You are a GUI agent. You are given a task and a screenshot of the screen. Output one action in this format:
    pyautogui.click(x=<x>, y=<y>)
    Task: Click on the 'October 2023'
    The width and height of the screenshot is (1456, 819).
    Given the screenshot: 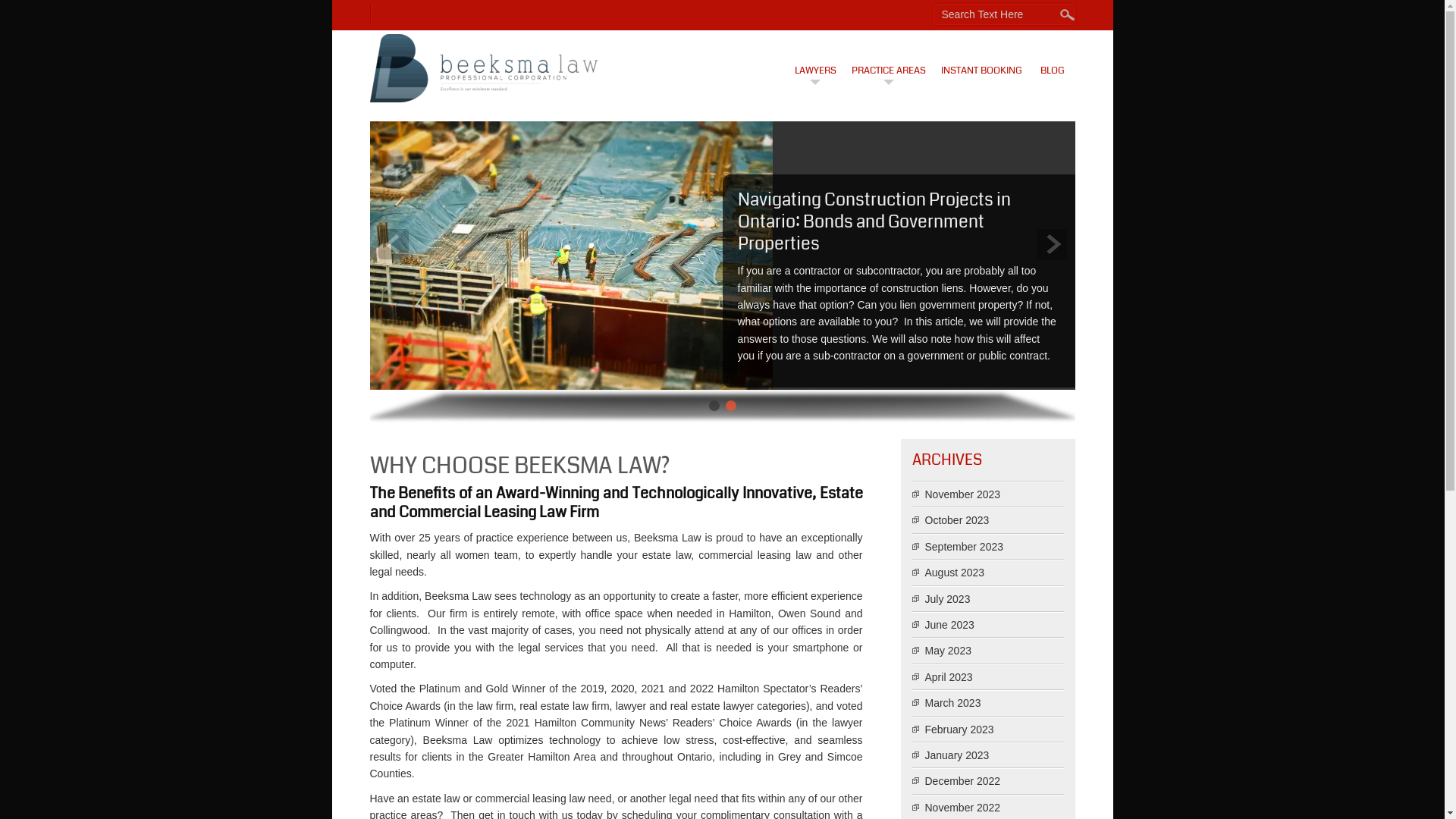 What is the action you would take?
    pyautogui.click(x=956, y=519)
    